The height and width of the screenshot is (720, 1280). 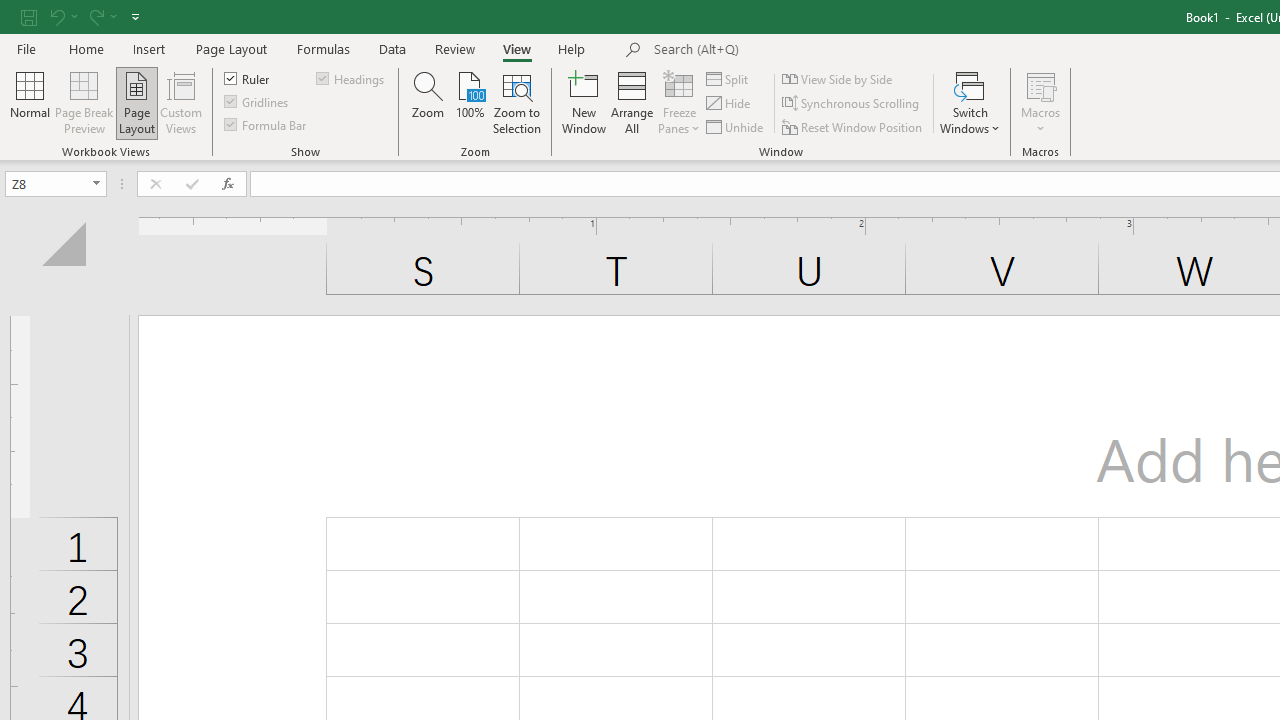 I want to click on 'Reset Window Position', so click(x=854, y=127).